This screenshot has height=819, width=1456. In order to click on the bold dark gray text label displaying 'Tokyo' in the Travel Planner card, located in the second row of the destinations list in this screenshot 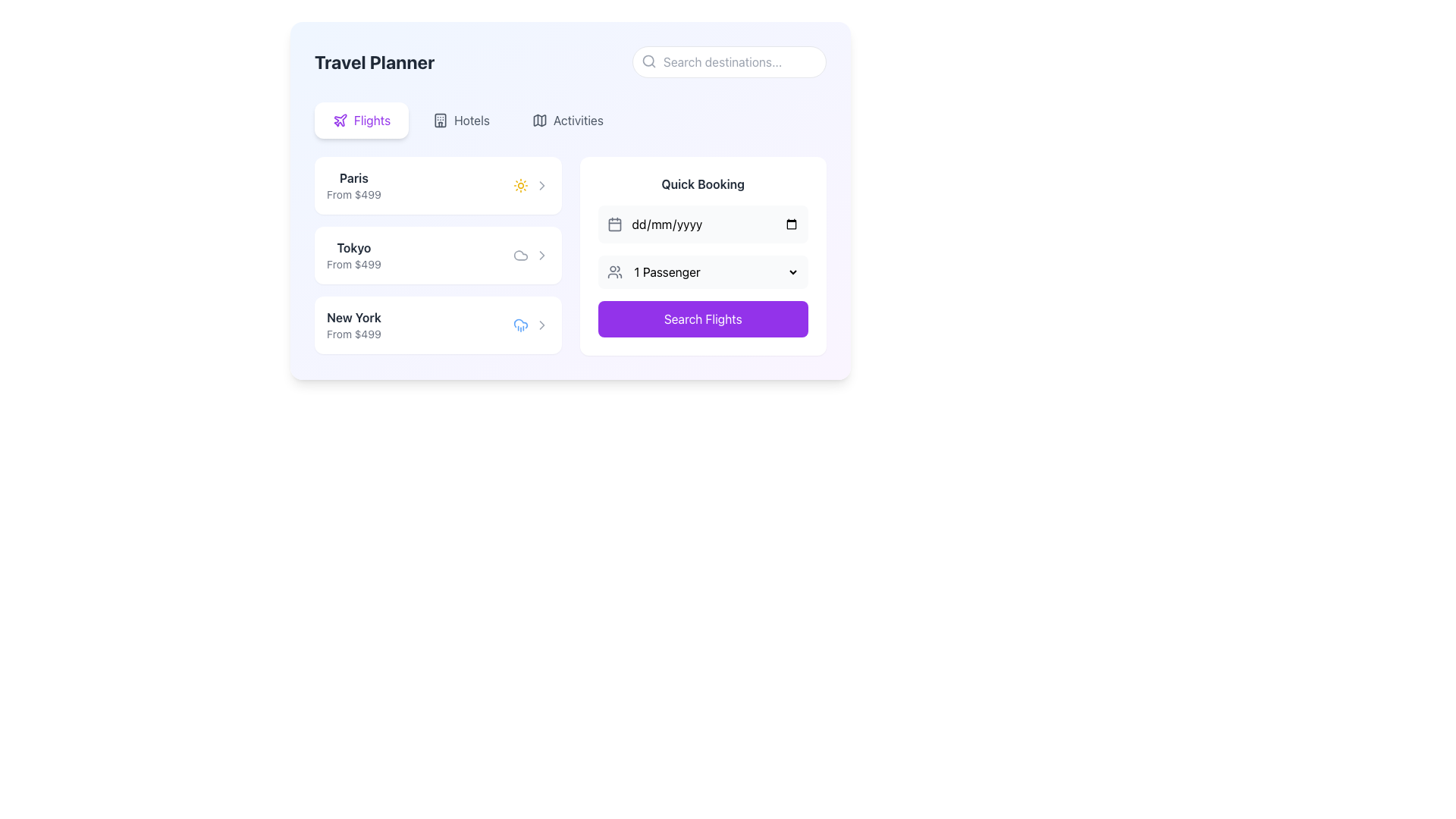, I will do `click(353, 247)`.